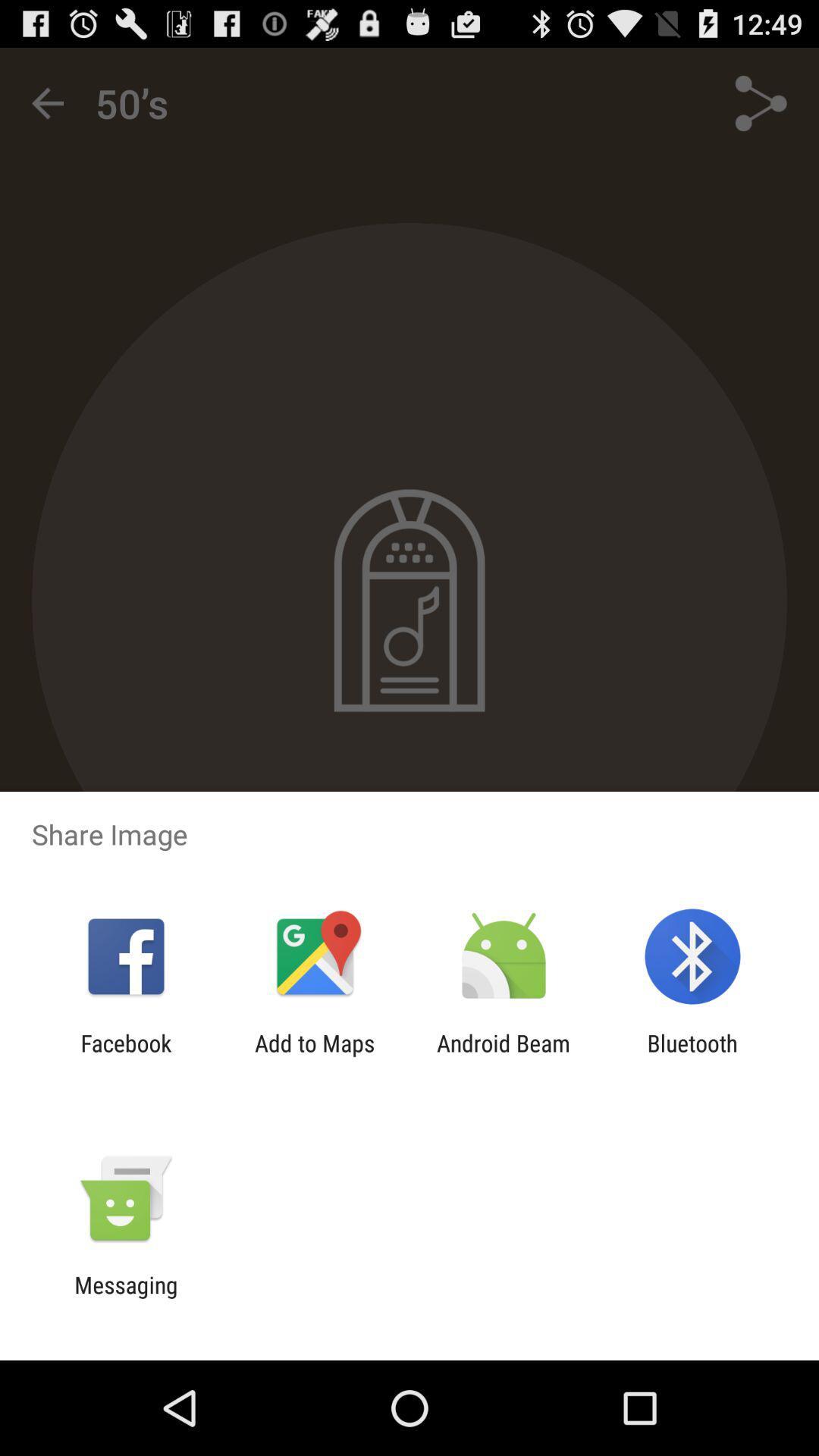 This screenshot has width=819, height=1456. Describe the element at coordinates (504, 1056) in the screenshot. I see `the android beam icon` at that location.